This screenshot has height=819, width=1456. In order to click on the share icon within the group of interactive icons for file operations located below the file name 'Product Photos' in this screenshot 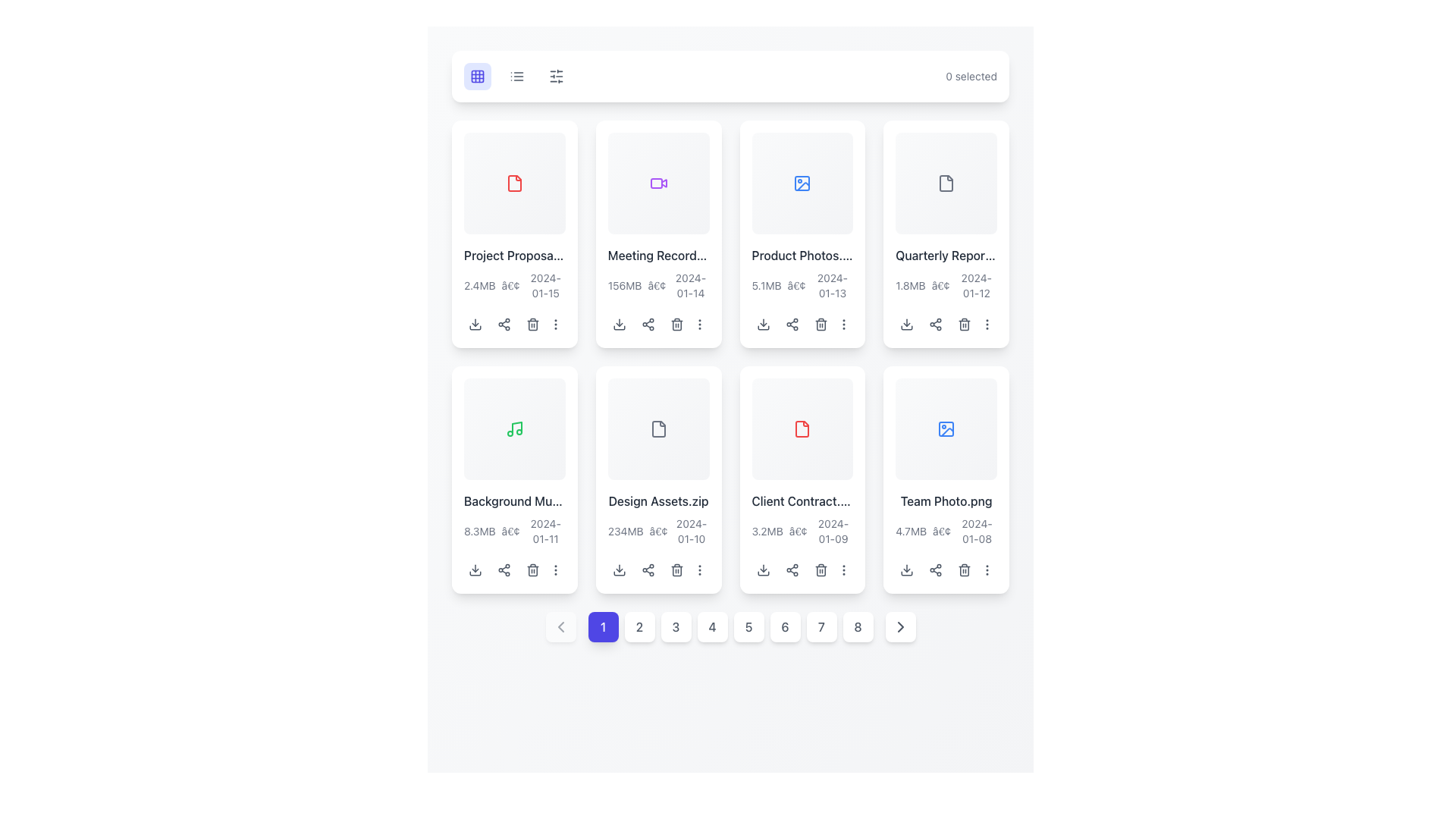, I will do `click(791, 323)`.